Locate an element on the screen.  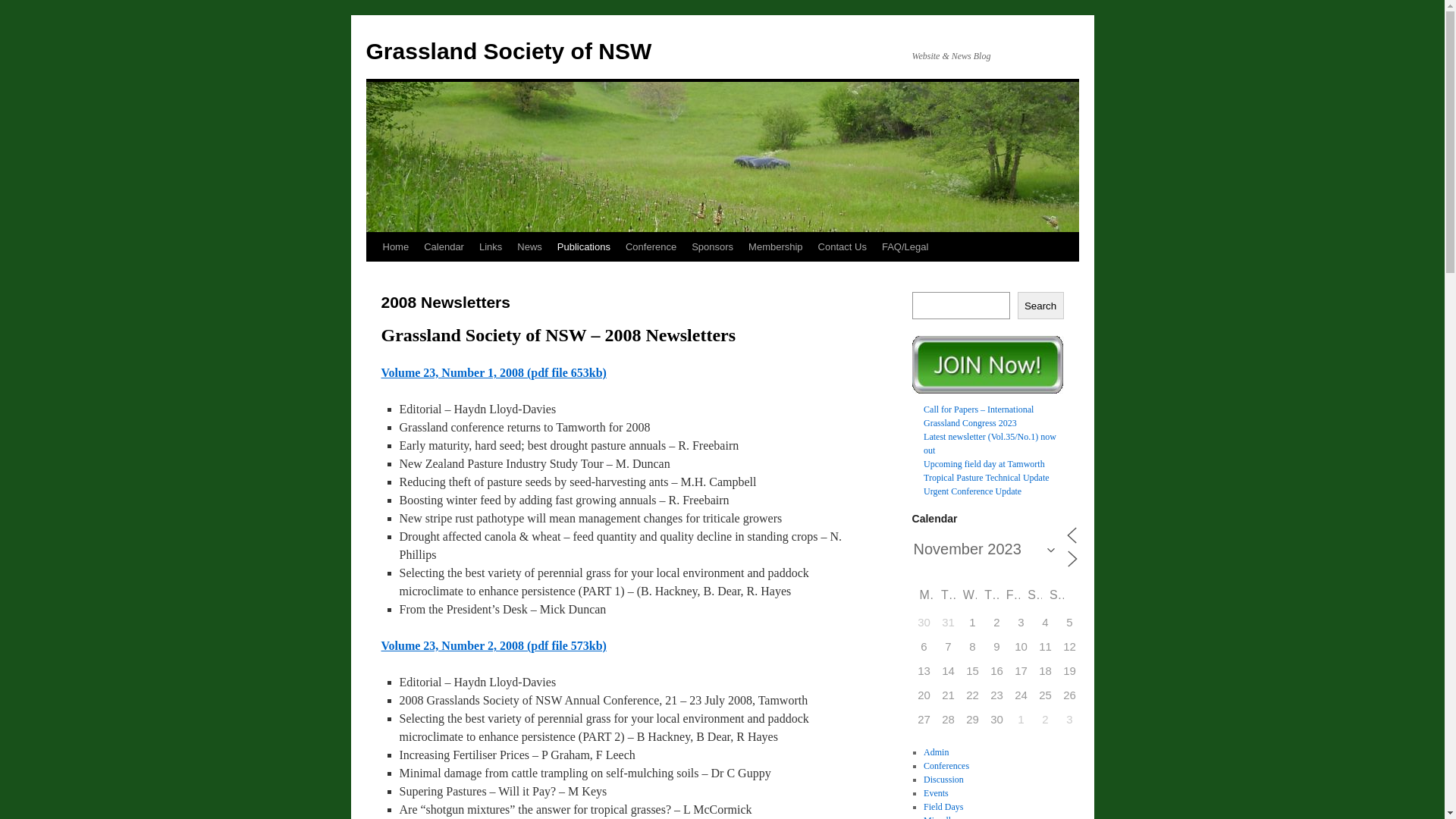
'Membership' is located at coordinates (775, 246).